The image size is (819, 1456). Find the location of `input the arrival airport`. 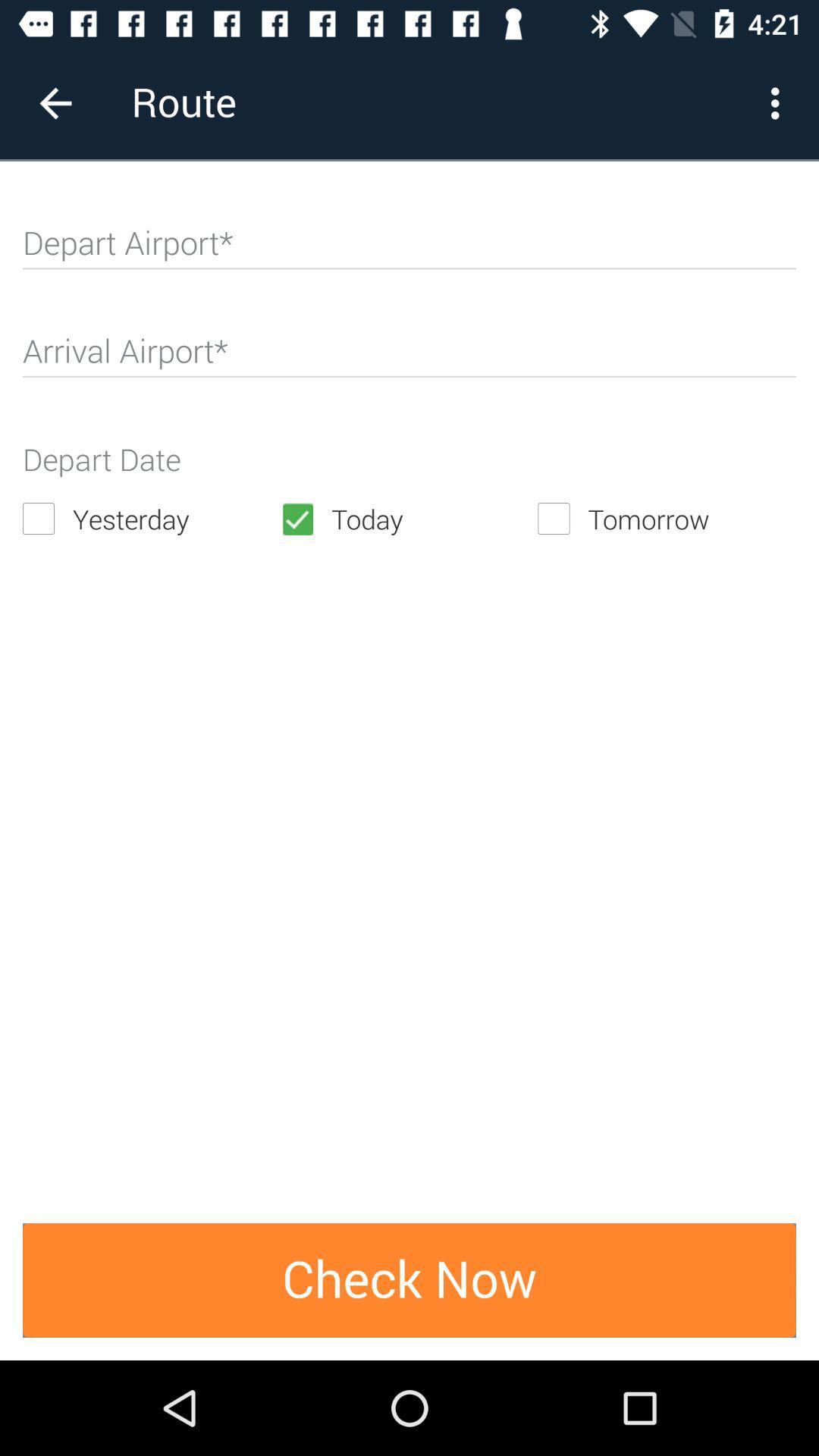

input the arrival airport is located at coordinates (409, 356).